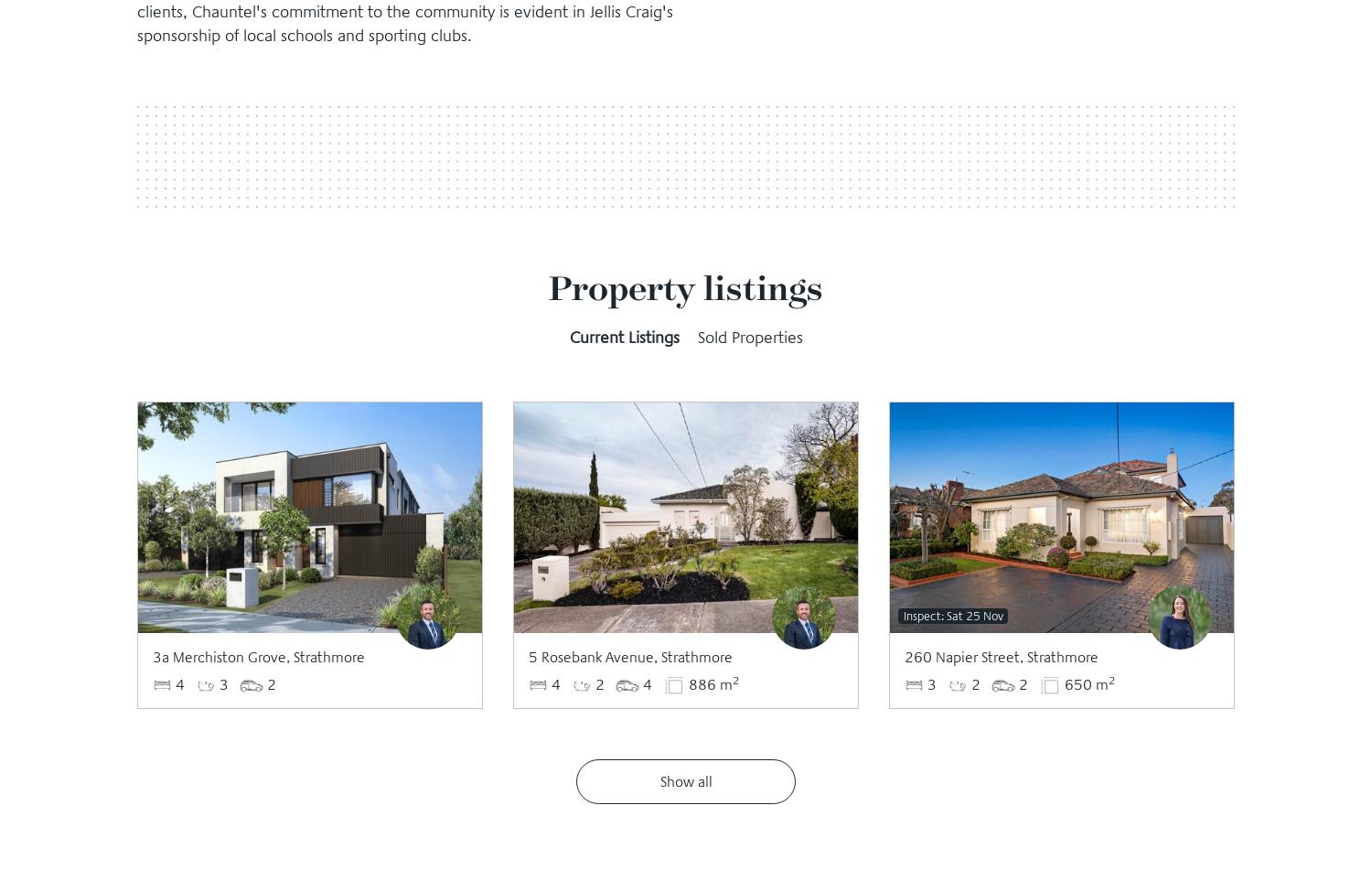  What do you see at coordinates (624, 337) in the screenshot?
I see `'Current Listings'` at bounding box center [624, 337].